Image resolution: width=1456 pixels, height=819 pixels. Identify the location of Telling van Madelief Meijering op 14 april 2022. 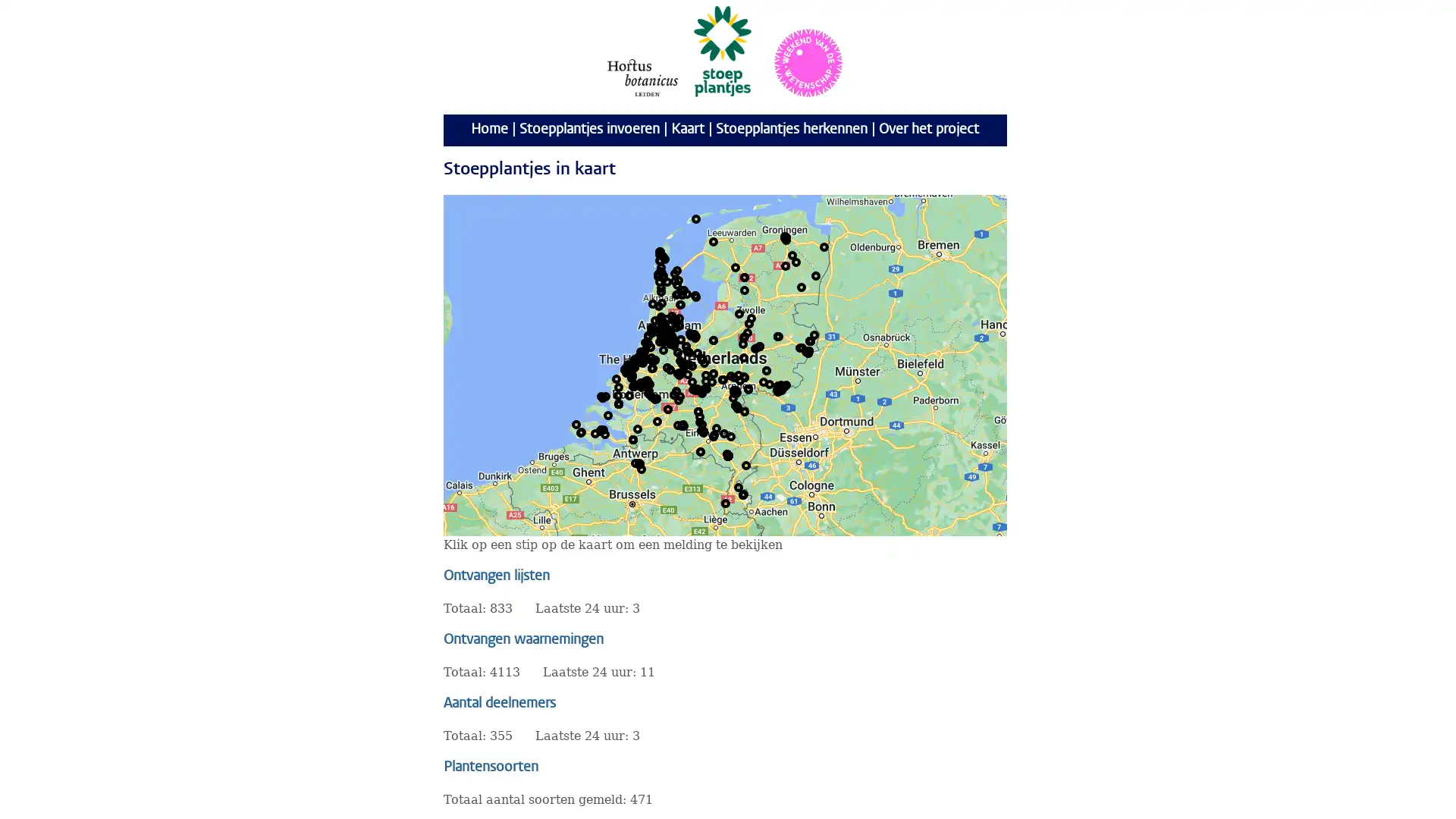
(669, 333).